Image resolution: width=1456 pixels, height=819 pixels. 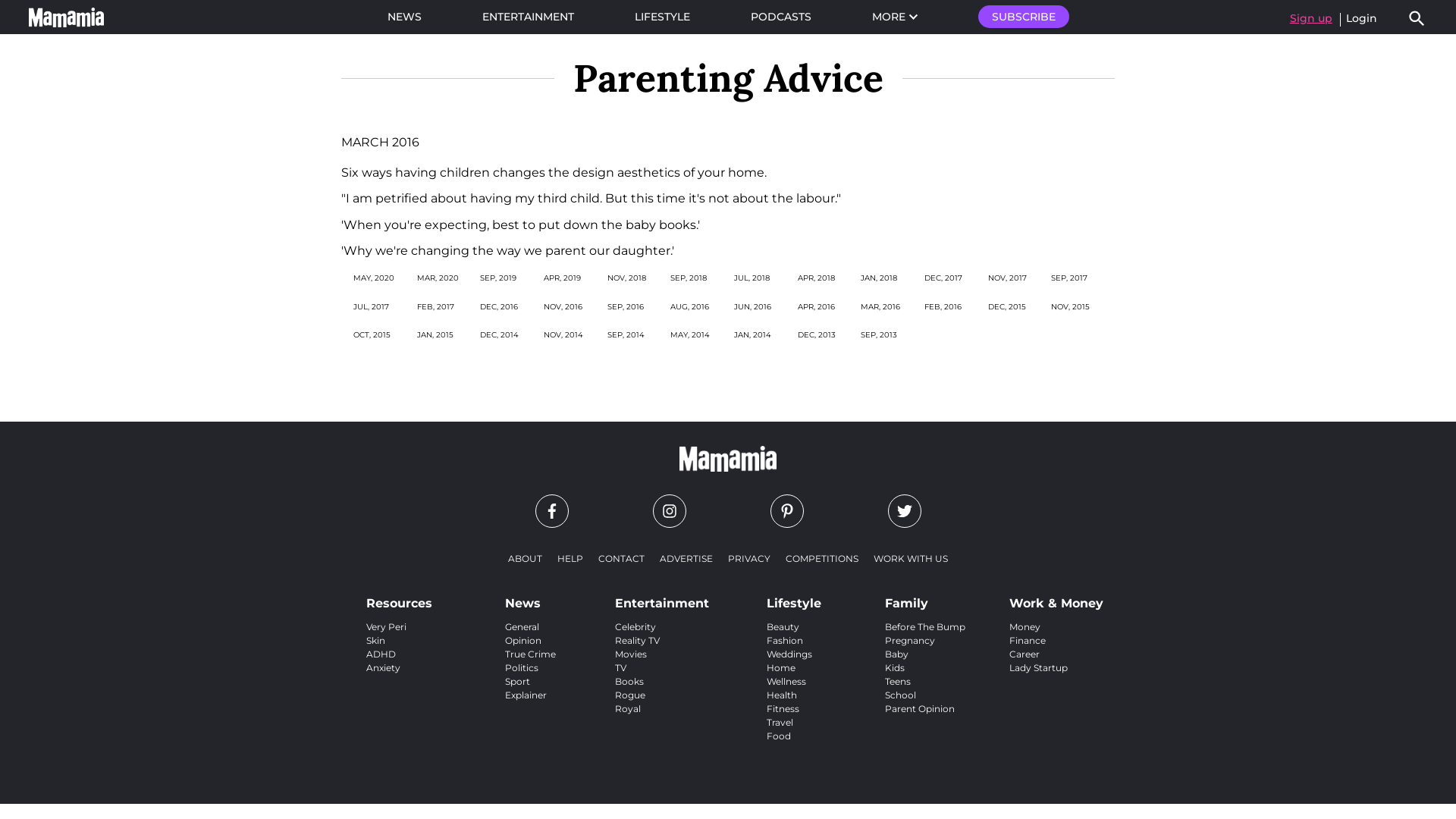 I want to click on 'JUL, 2017', so click(x=371, y=306).